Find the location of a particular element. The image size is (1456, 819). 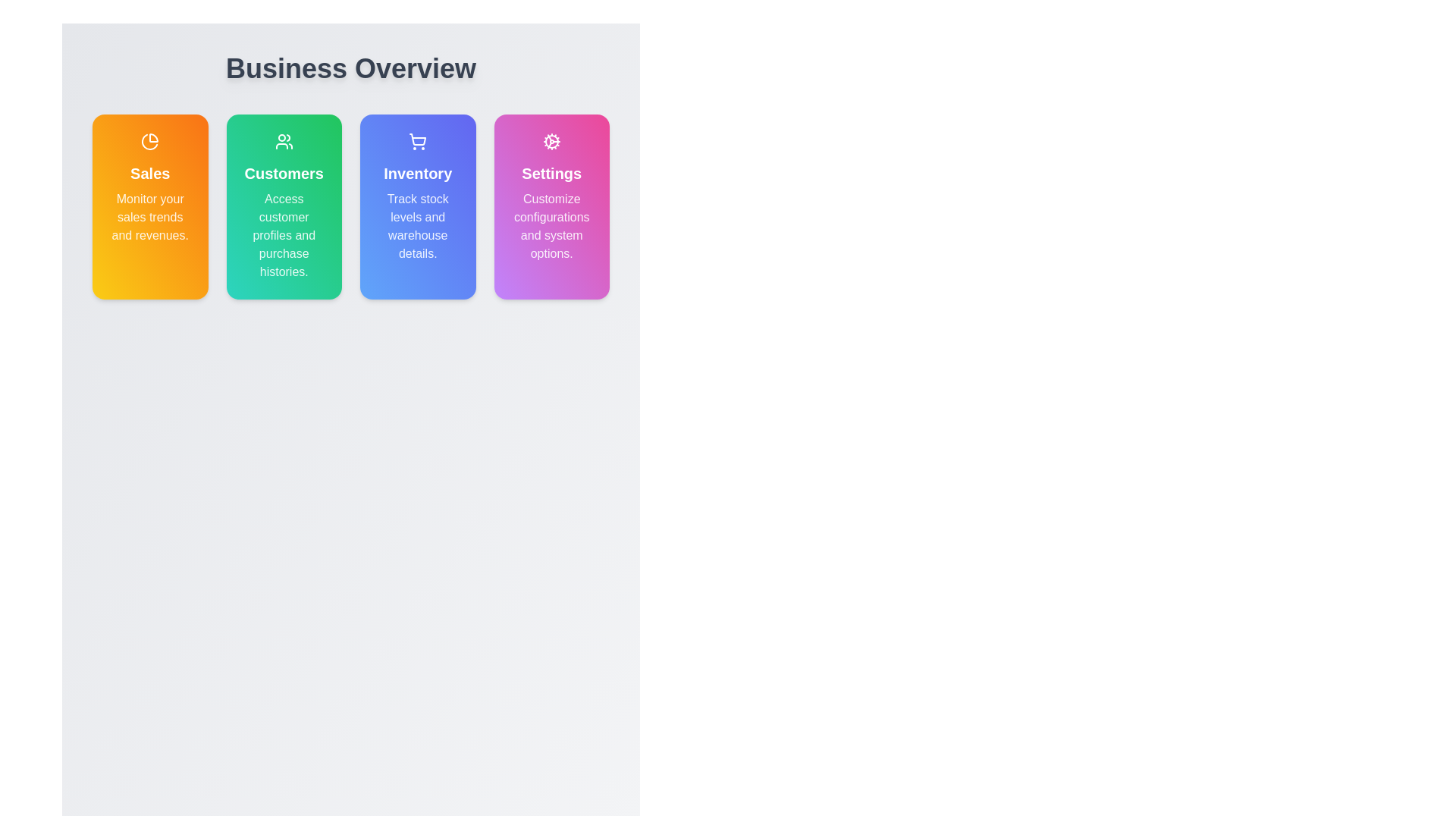

information displayed on the Informational card, which features a circular pie chart icon at the top, the word 'Sales' in bold white text, and a descriptive text stating 'Monitor your sales trends and revenues.' is located at coordinates (150, 207).